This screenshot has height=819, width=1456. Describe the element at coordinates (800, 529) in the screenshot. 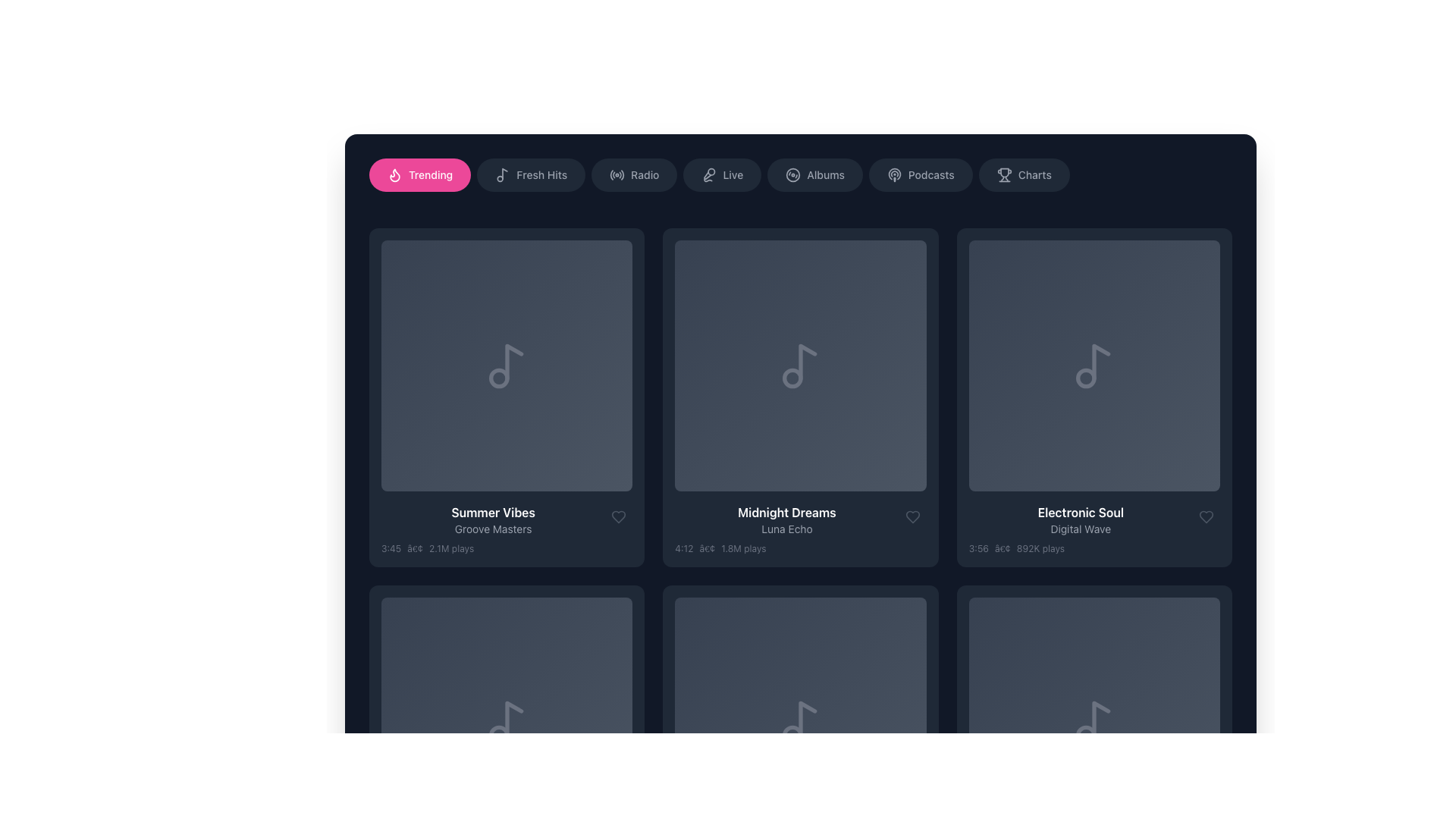

I see `the content of the text block that provides information about the music track titled 'Midnight Dreams', located near the bottom of the music card in the second column of the grid layout` at that location.